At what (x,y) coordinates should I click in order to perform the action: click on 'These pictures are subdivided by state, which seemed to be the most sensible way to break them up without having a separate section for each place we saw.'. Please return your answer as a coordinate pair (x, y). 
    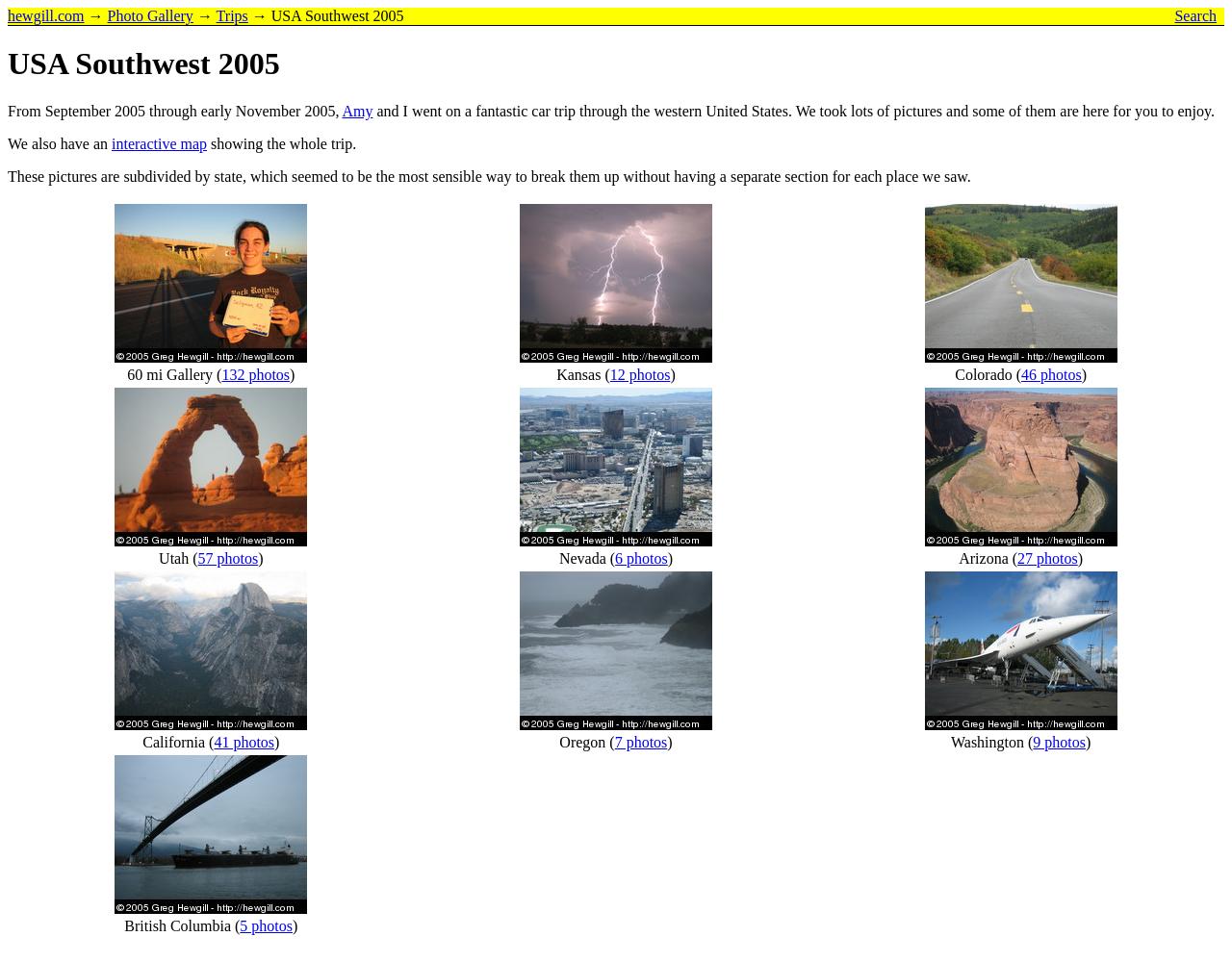
    Looking at the image, I should click on (489, 175).